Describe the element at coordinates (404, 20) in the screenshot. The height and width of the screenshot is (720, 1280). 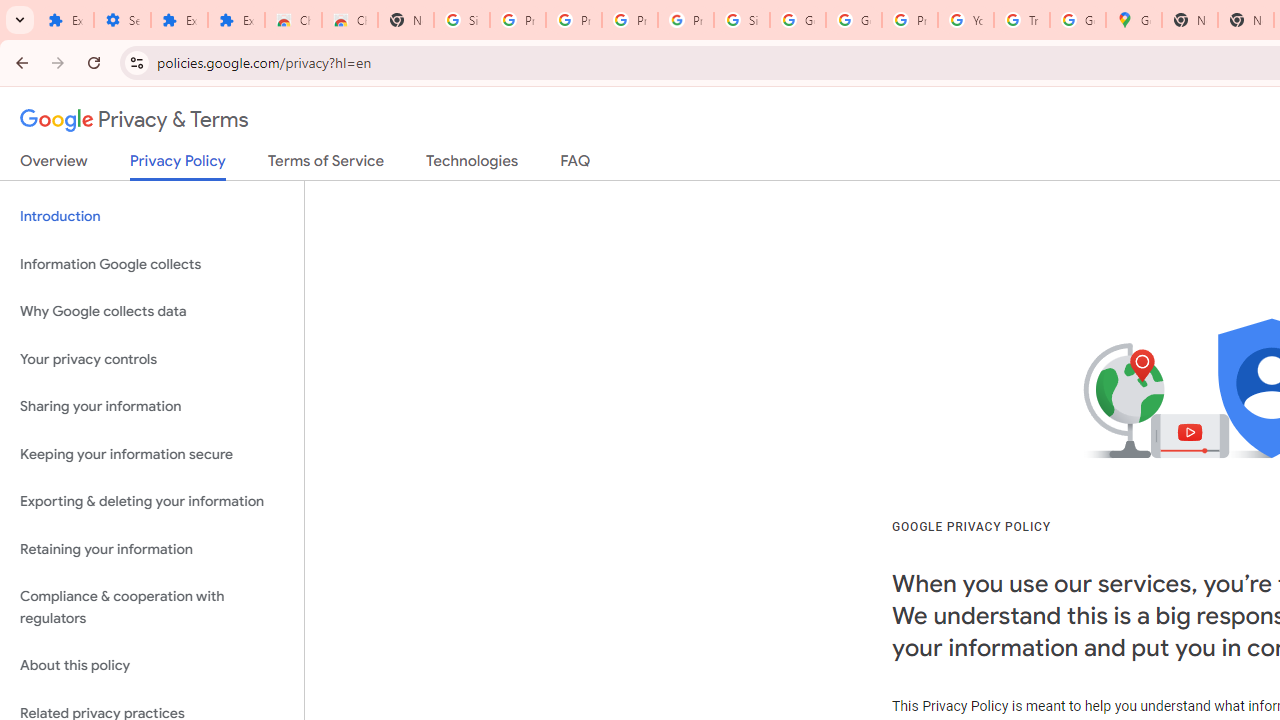
I see `'New Tab'` at that location.